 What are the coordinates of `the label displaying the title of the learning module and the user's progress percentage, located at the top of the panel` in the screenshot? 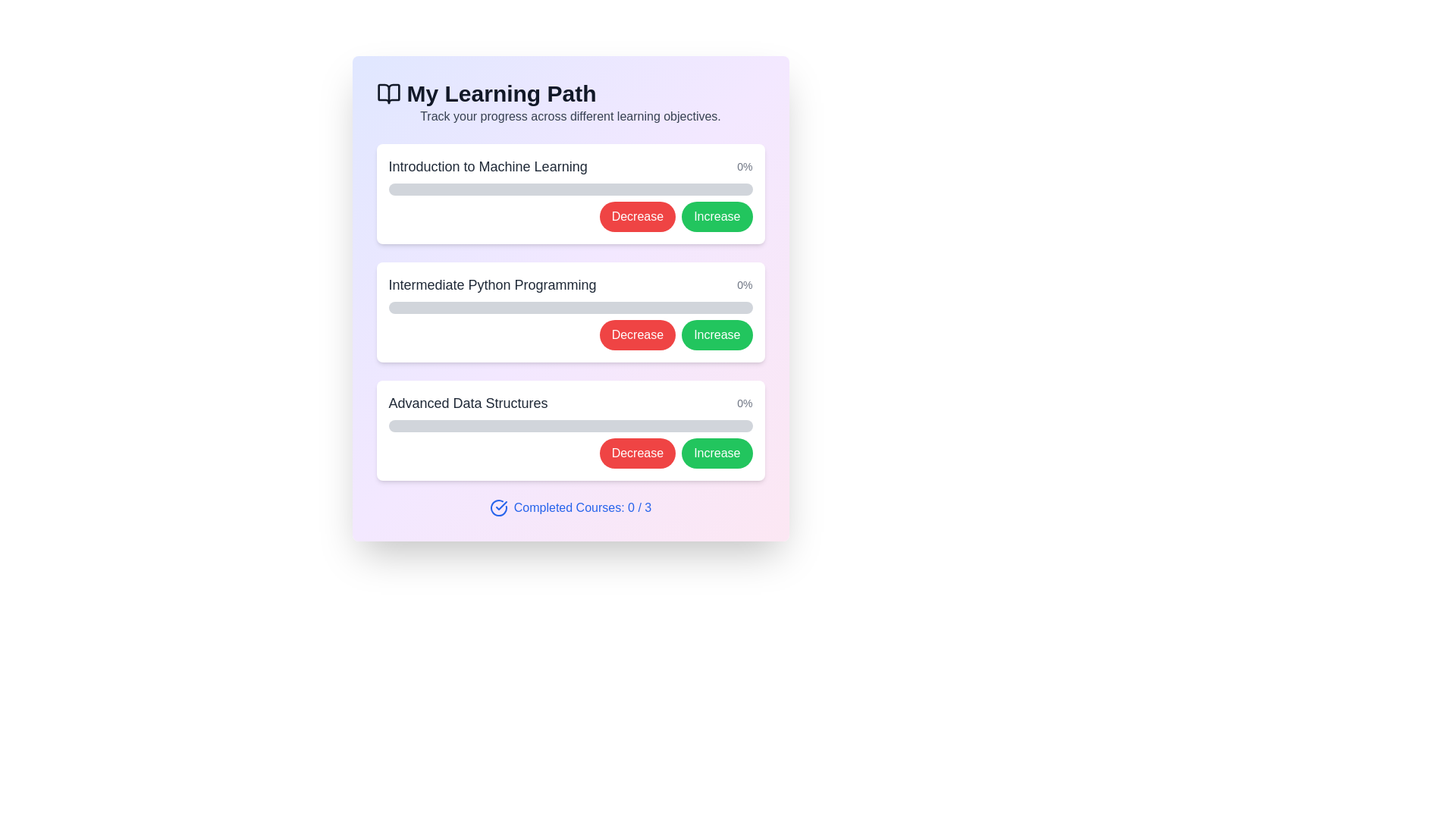 It's located at (570, 166).